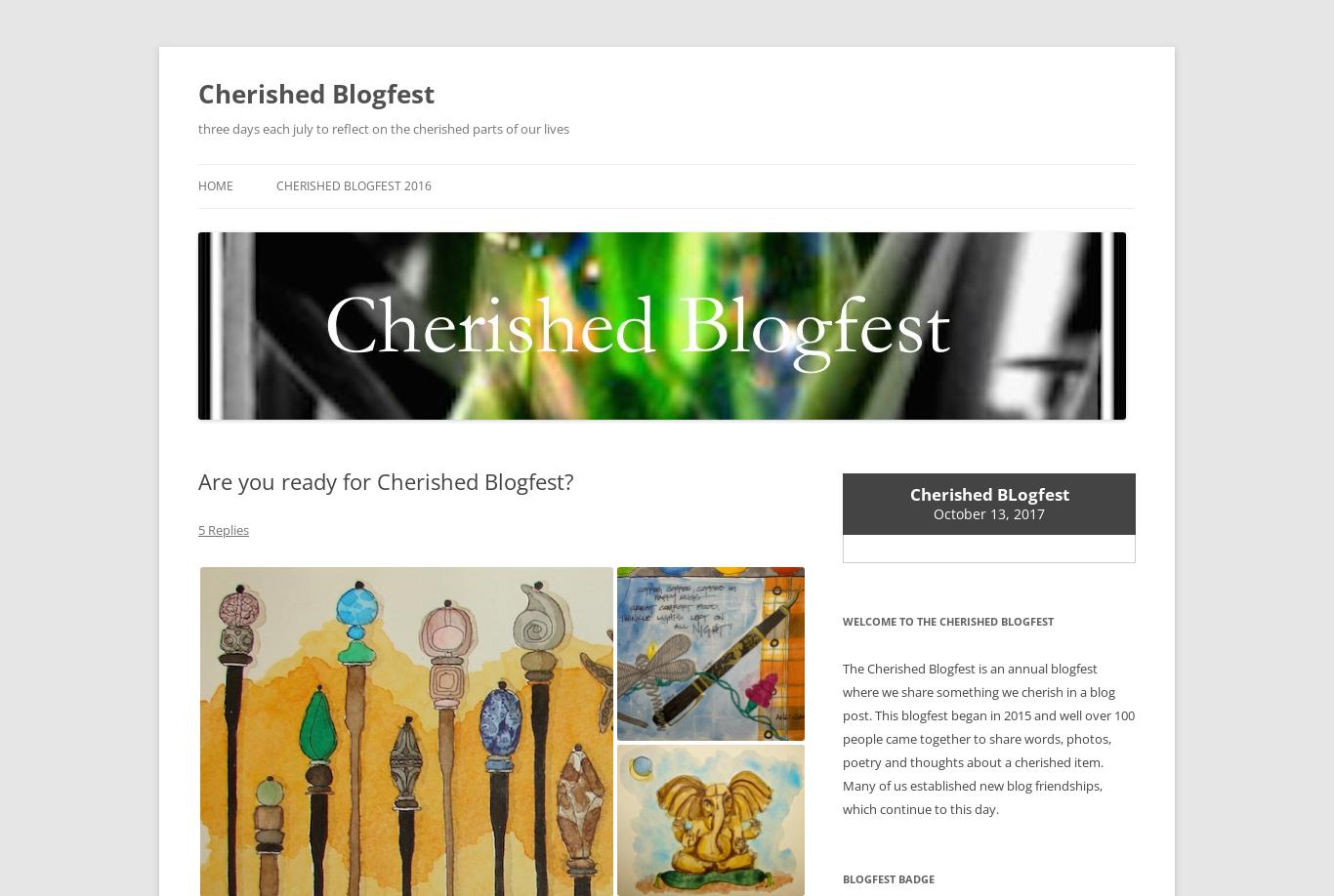 Image resolution: width=1334 pixels, height=896 pixels. What do you see at coordinates (316, 93) in the screenshot?
I see `'Cherished Blogfest'` at bounding box center [316, 93].